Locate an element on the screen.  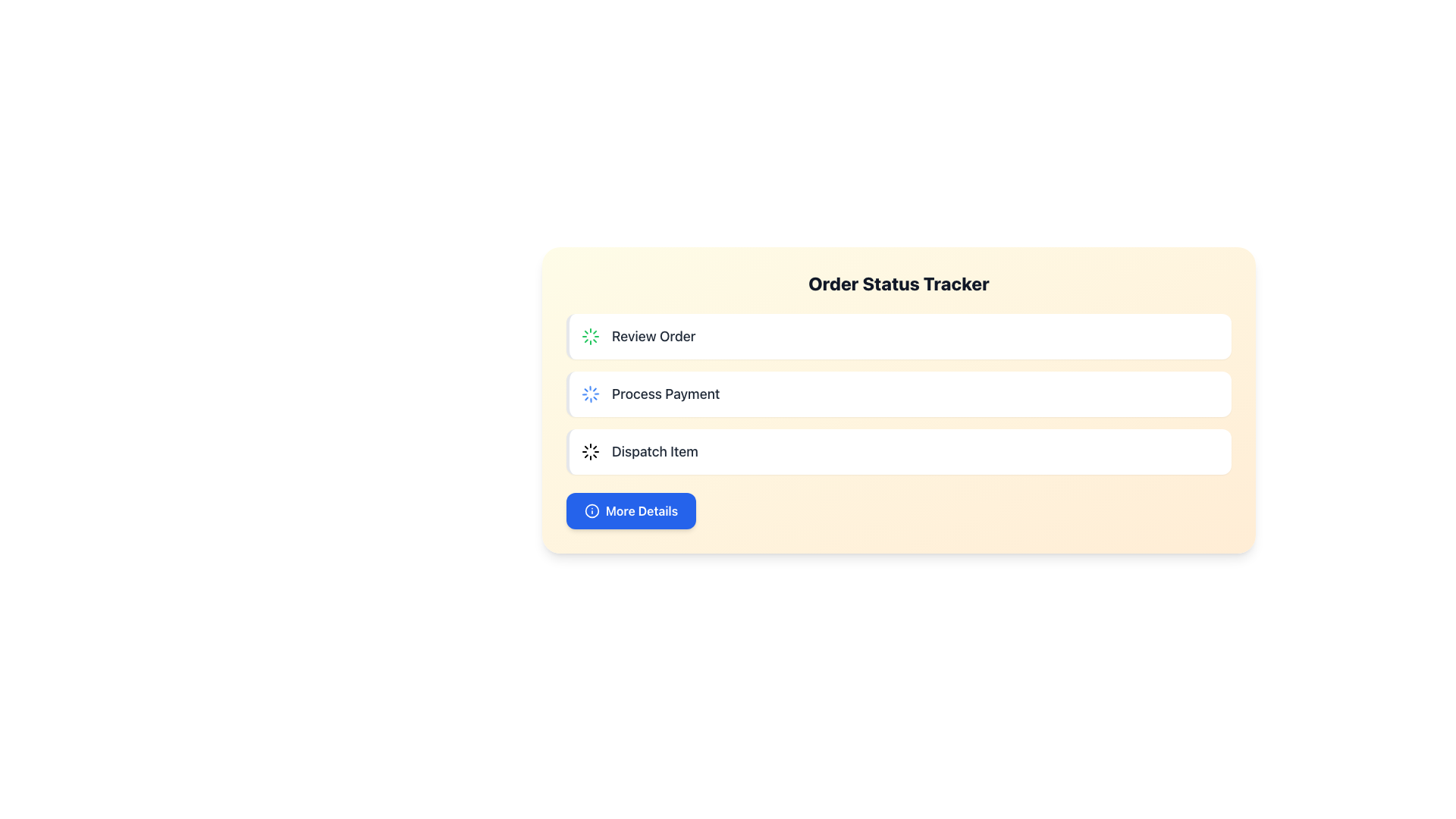
the bold header text labeled 'Order Status Tracker' which is prominently positioned at the top center of its section with a gradient yellow-to-orange background is located at coordinates (899, 284).